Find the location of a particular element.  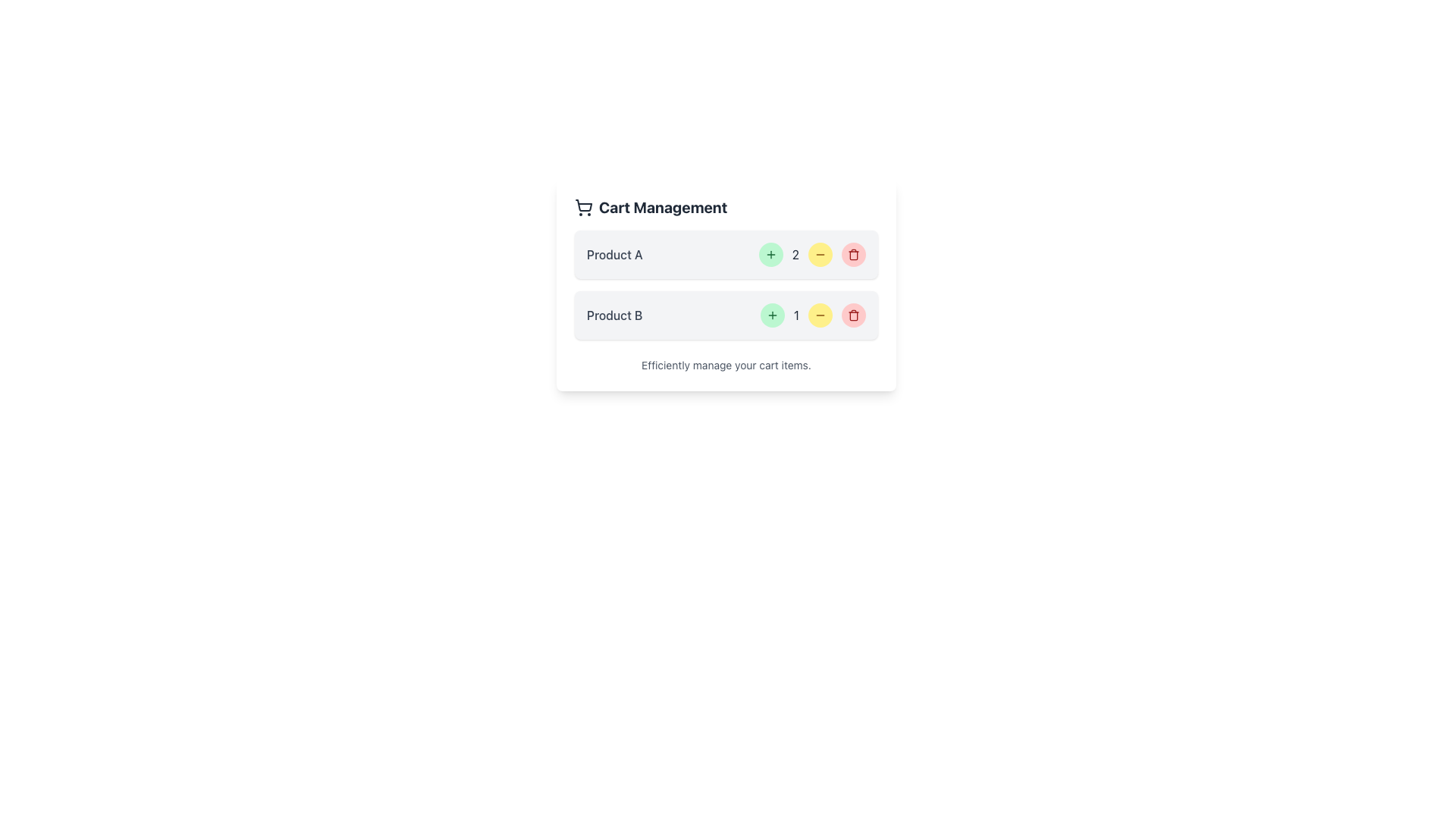

the circular green button with a plus symbol located in the 'Product B' row of the cart management interface is located at coordinates (772, 315).